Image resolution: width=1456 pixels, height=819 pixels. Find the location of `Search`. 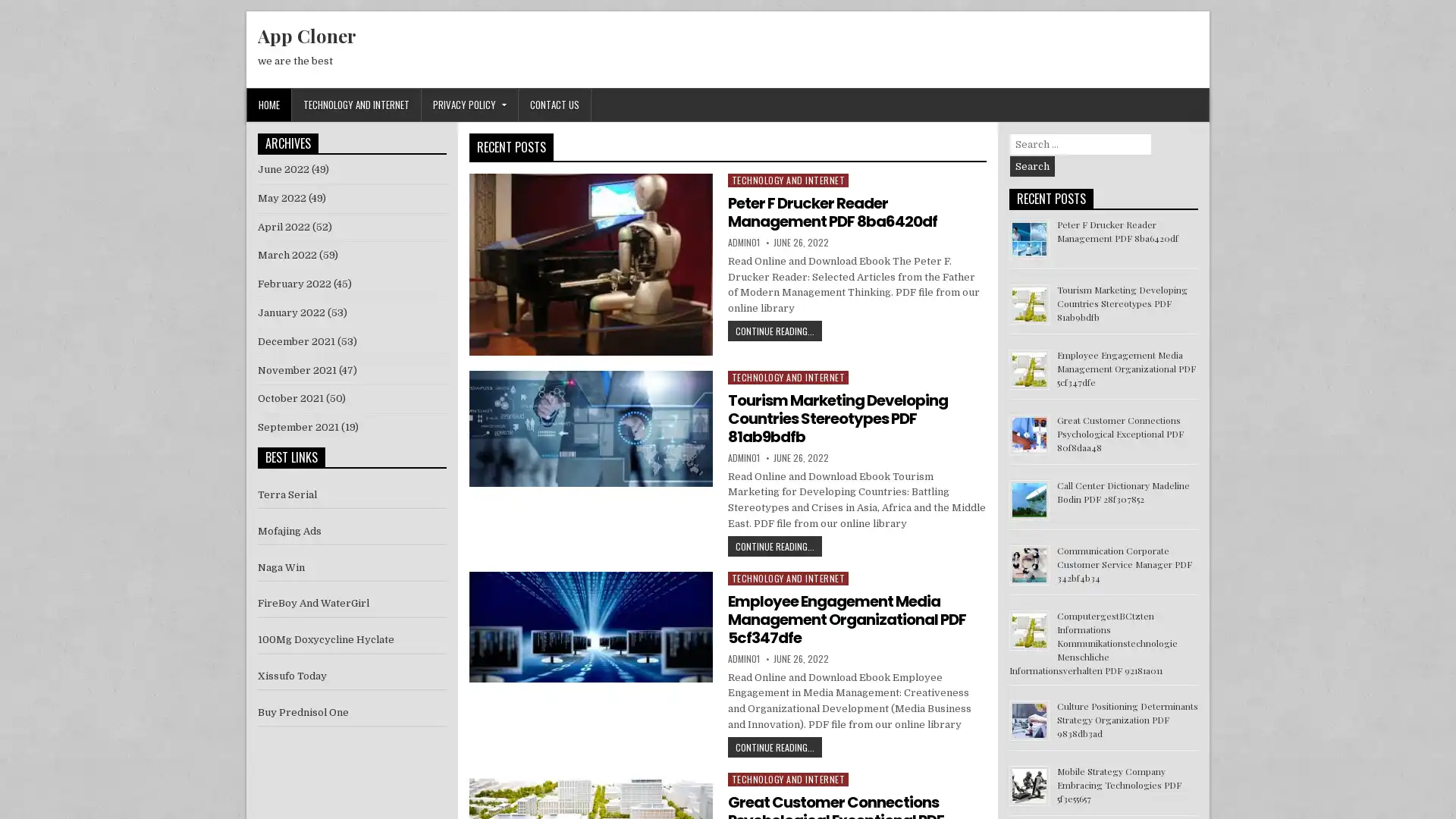

Search is located at coordinates (1031, 166).